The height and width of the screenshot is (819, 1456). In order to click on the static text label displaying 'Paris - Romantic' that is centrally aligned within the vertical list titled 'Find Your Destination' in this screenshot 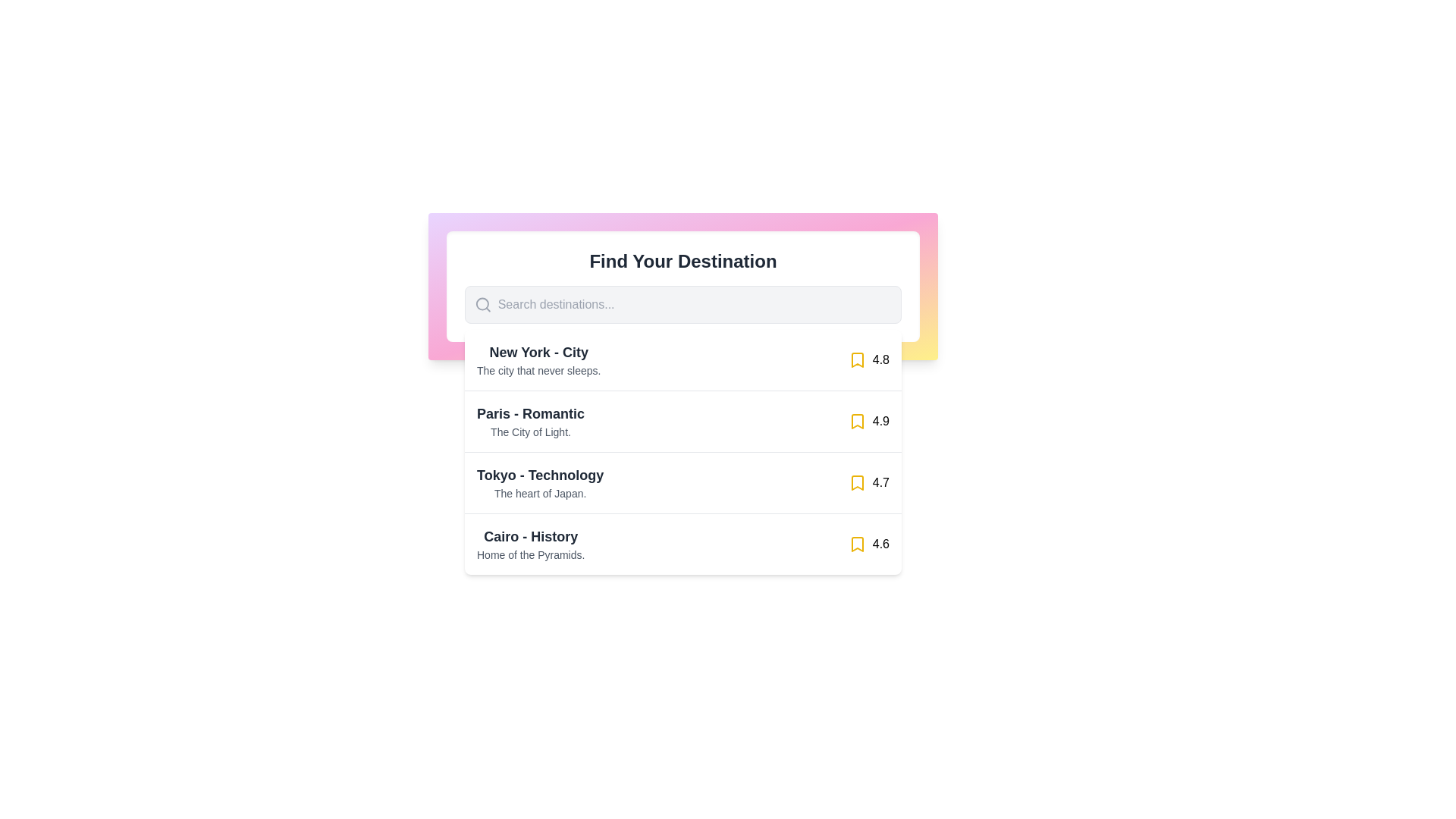, I will do `click(531, 414)`.